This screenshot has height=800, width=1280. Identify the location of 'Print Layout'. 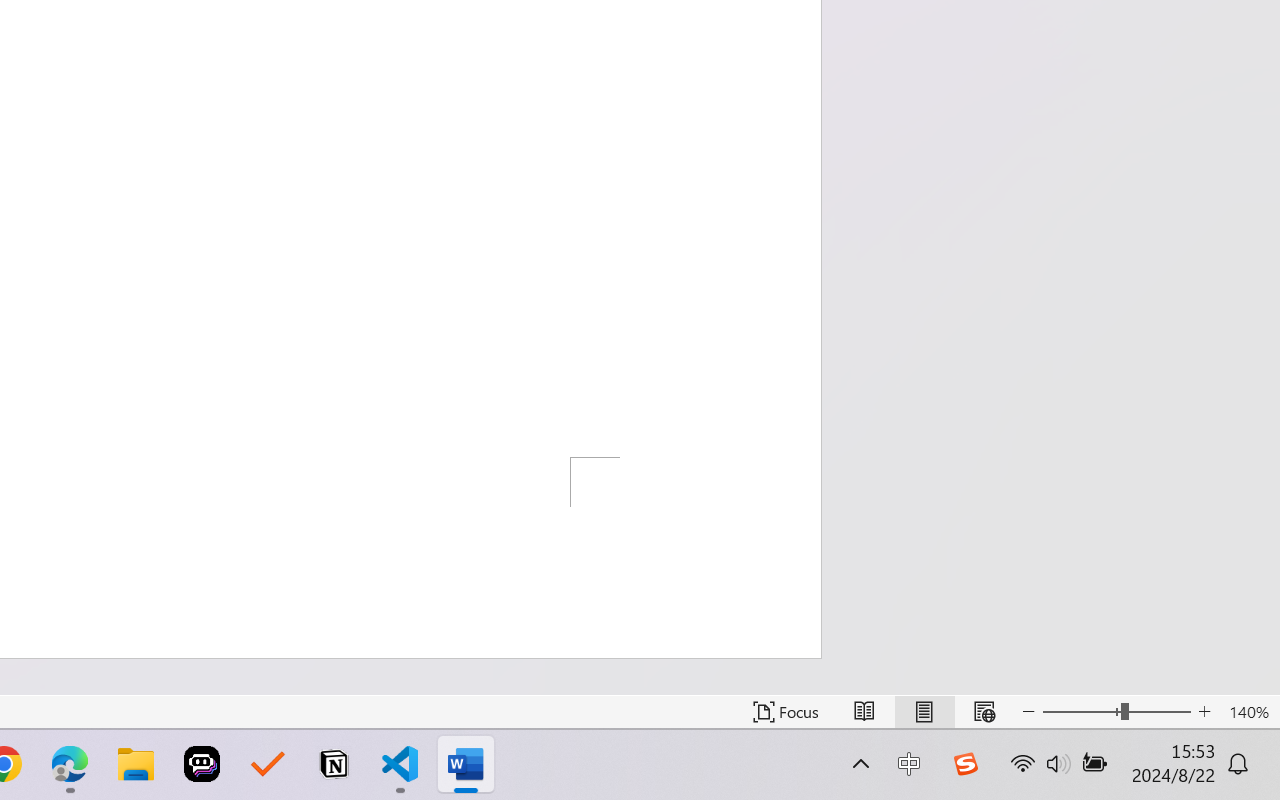
(923, 711).